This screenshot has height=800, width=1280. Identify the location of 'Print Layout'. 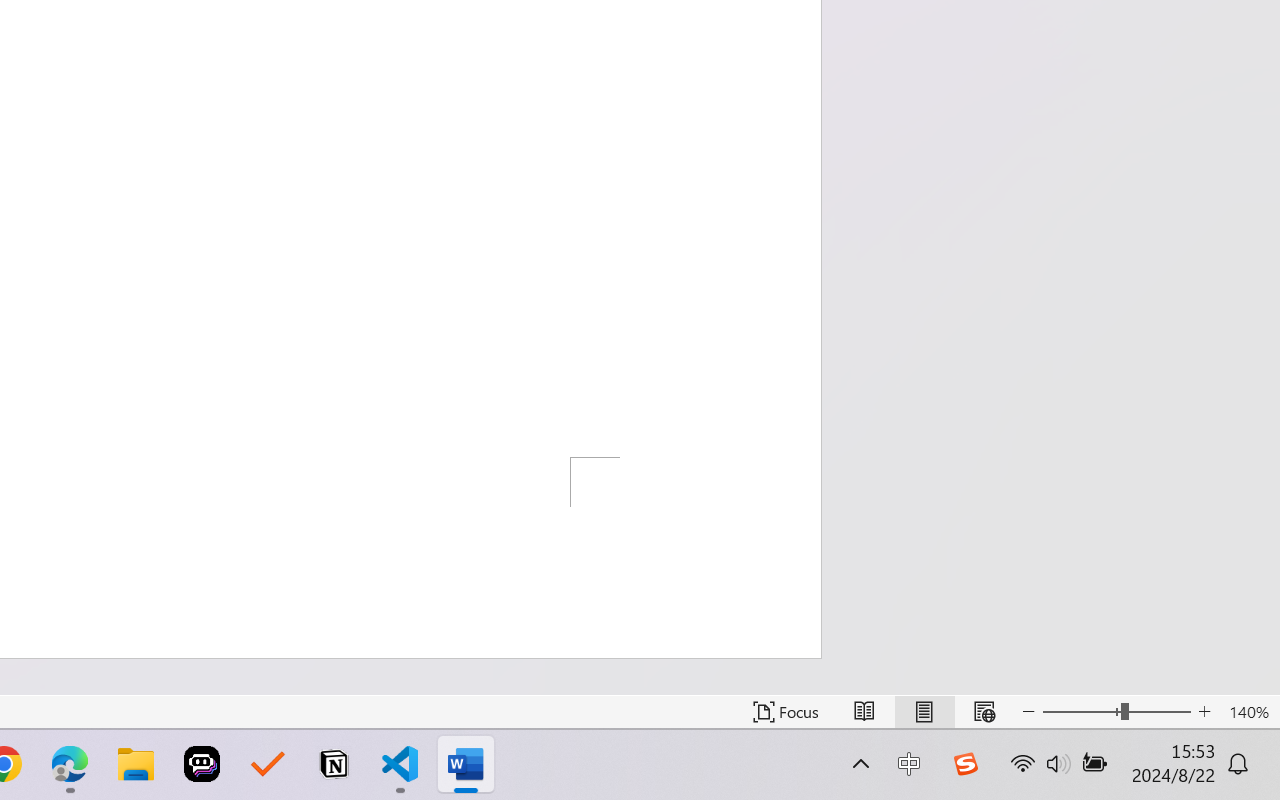
(923, 711).